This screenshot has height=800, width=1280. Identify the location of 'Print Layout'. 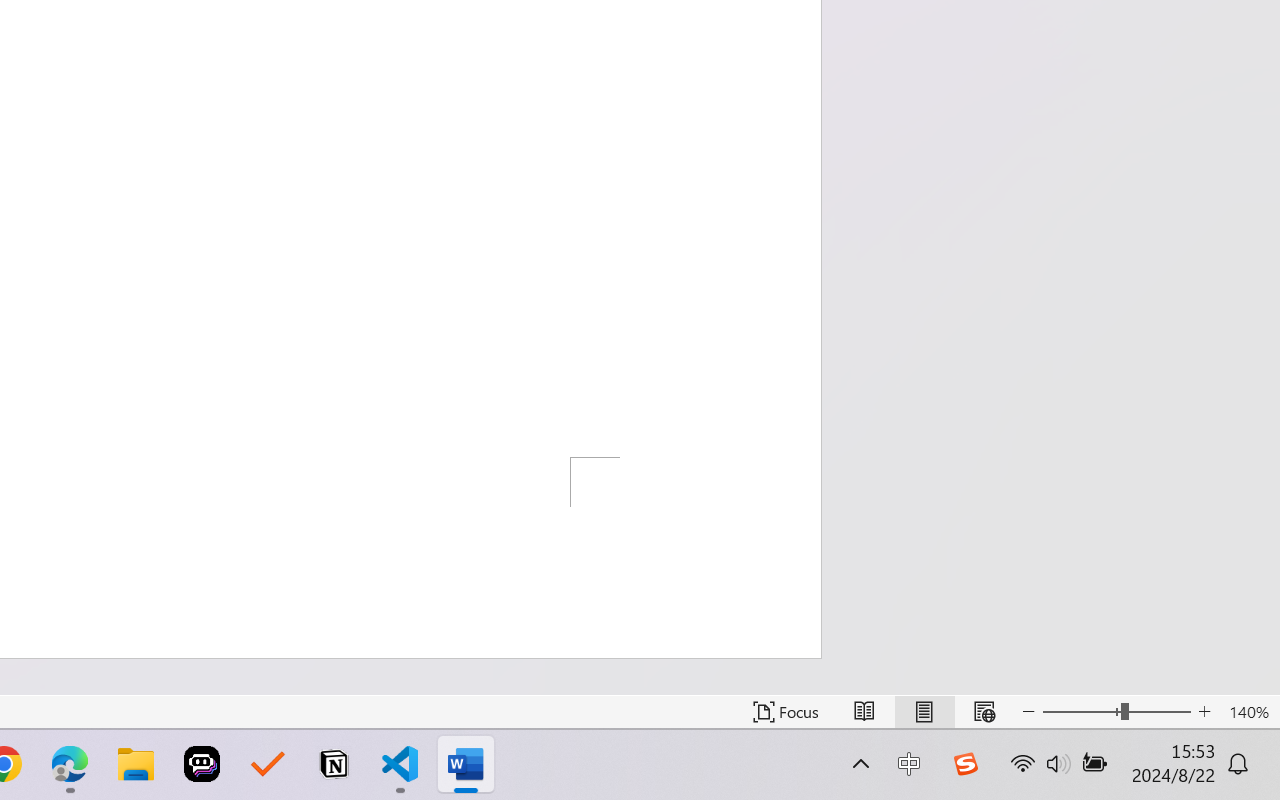
(923, 711).